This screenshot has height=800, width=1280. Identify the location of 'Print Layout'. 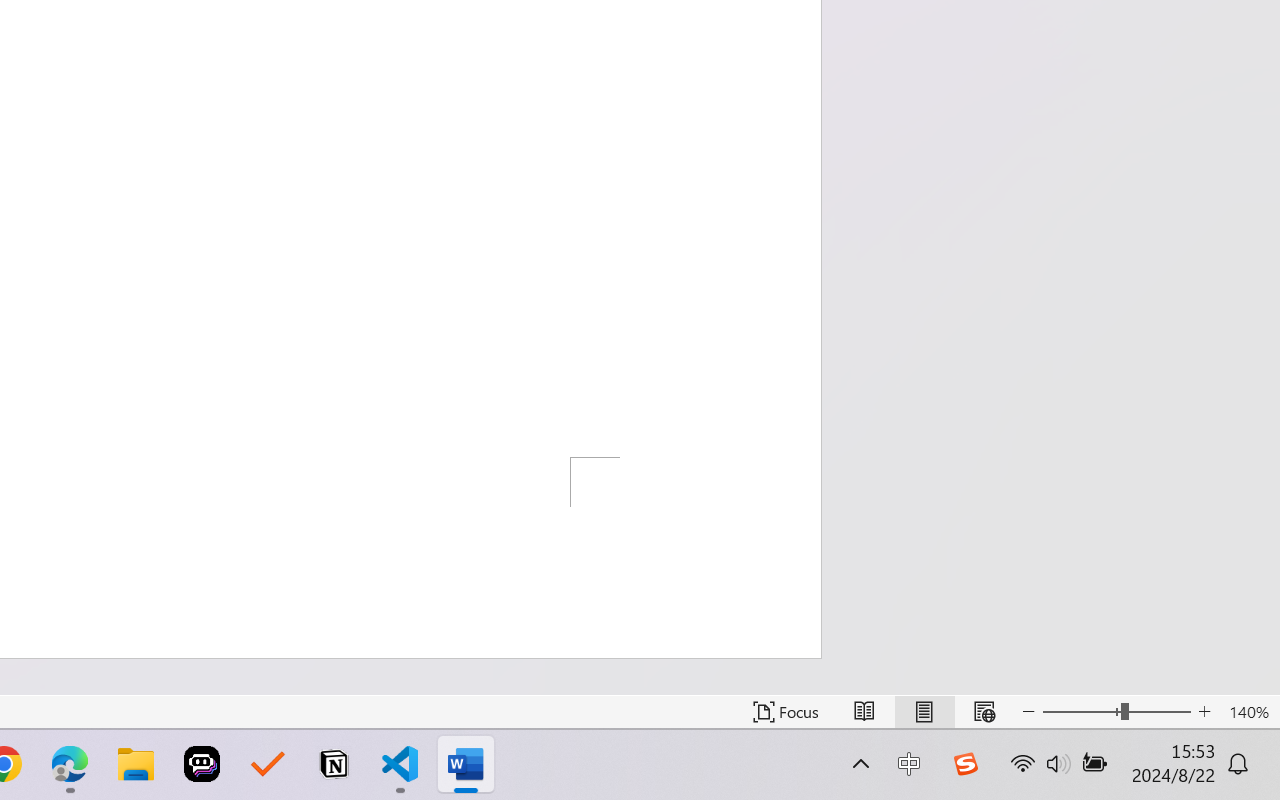
(923, 711).